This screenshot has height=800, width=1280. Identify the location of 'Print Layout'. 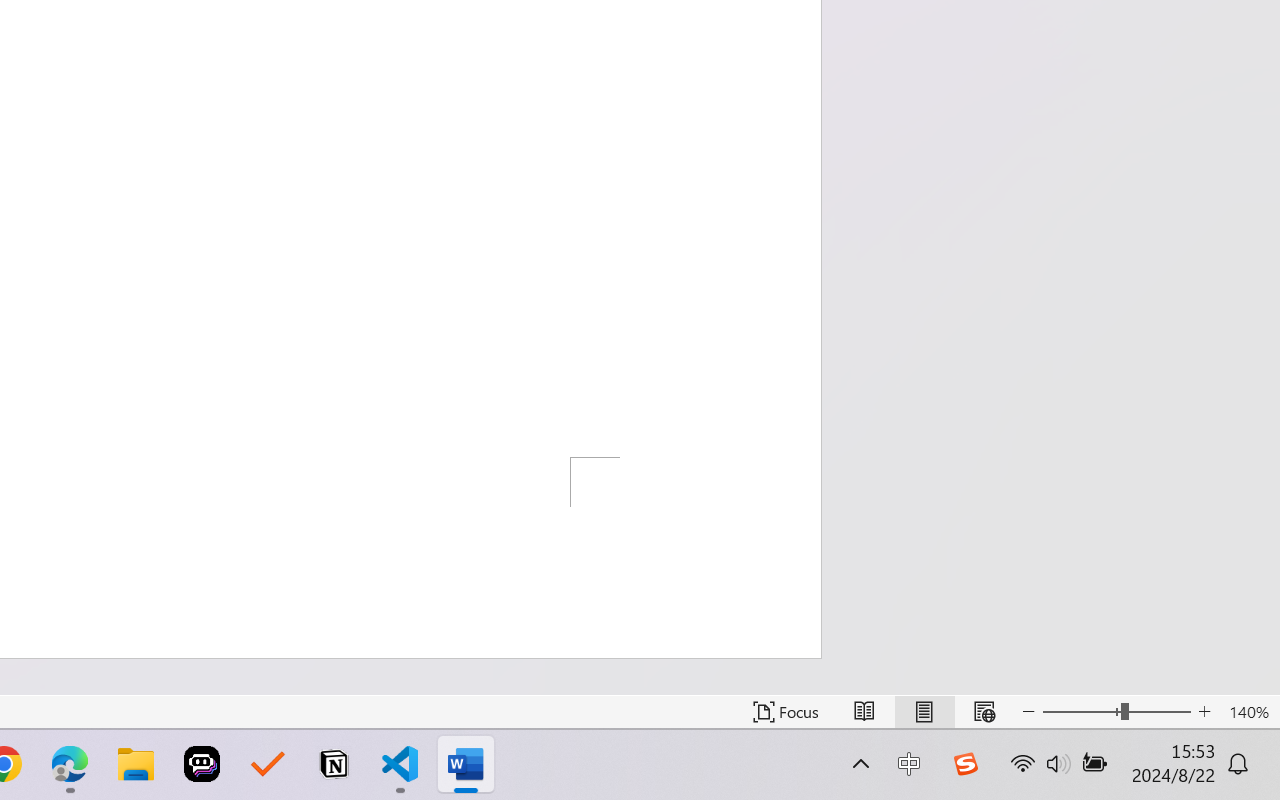
(923, 711).